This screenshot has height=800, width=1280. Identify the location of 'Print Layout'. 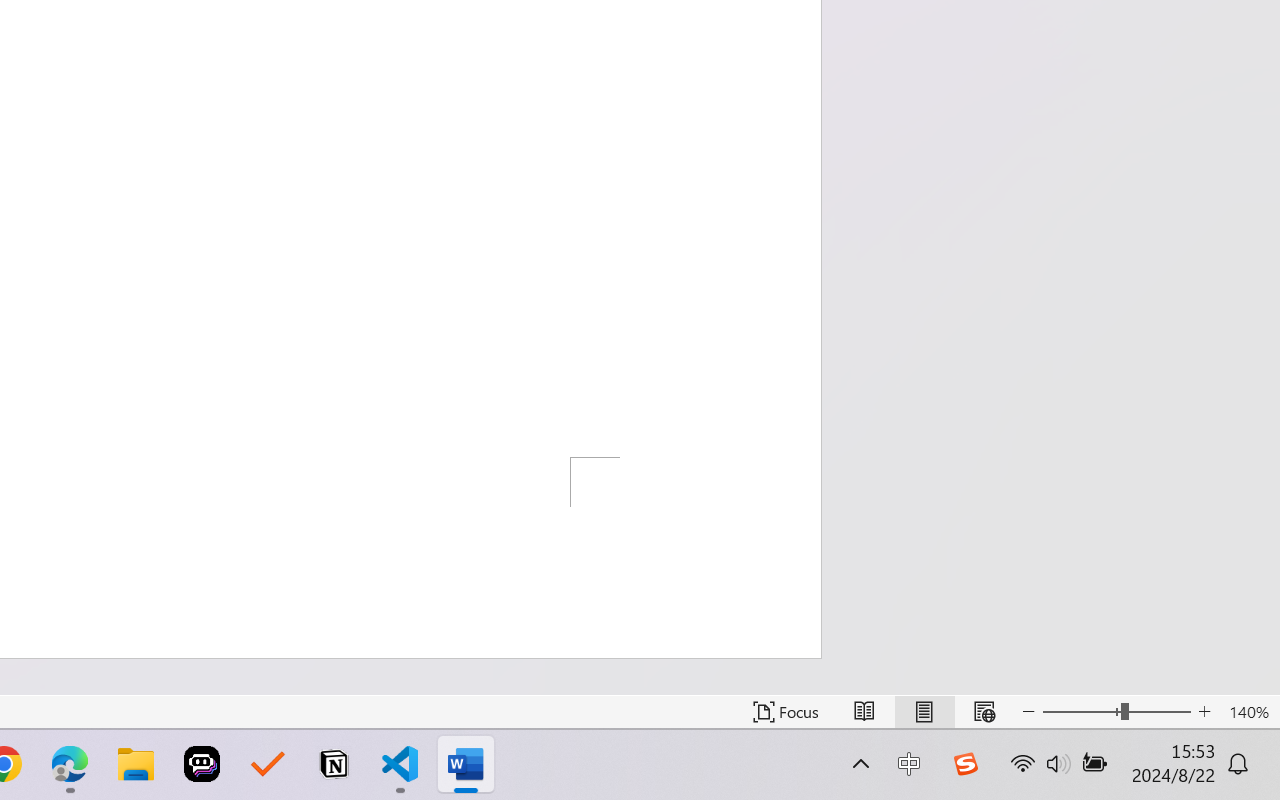
(923, 711).